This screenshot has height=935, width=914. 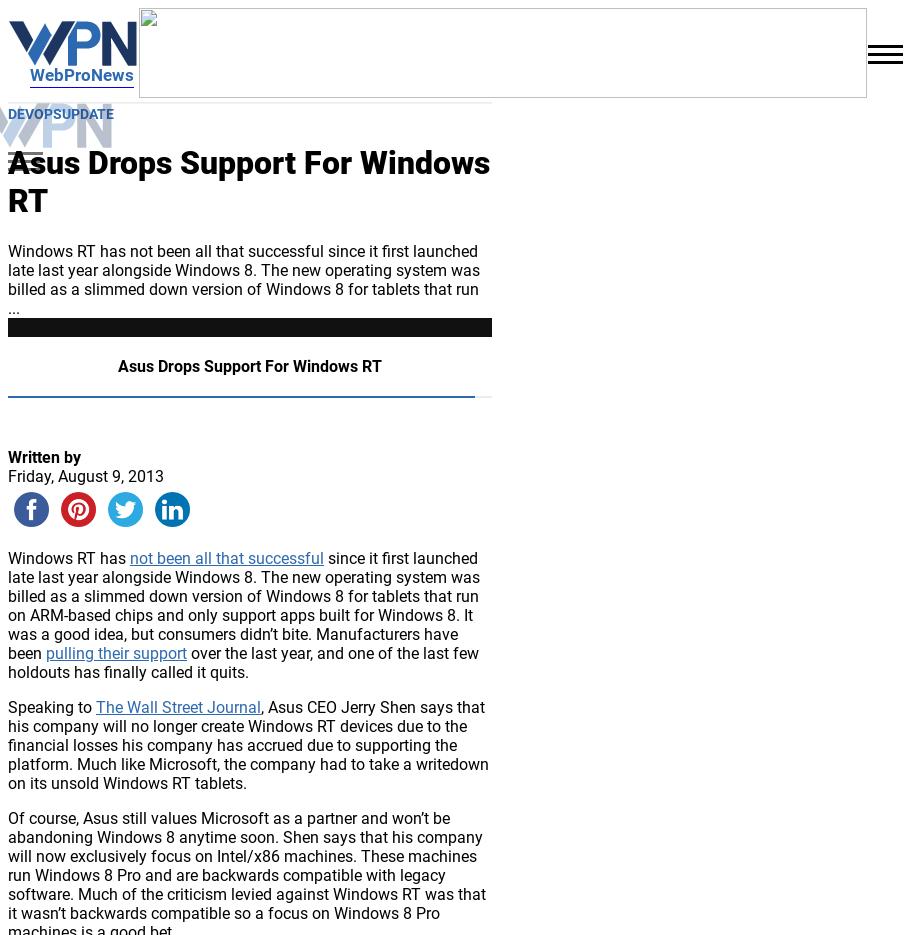 I want to click on 'WebProNews', so click(x=80, y=73).